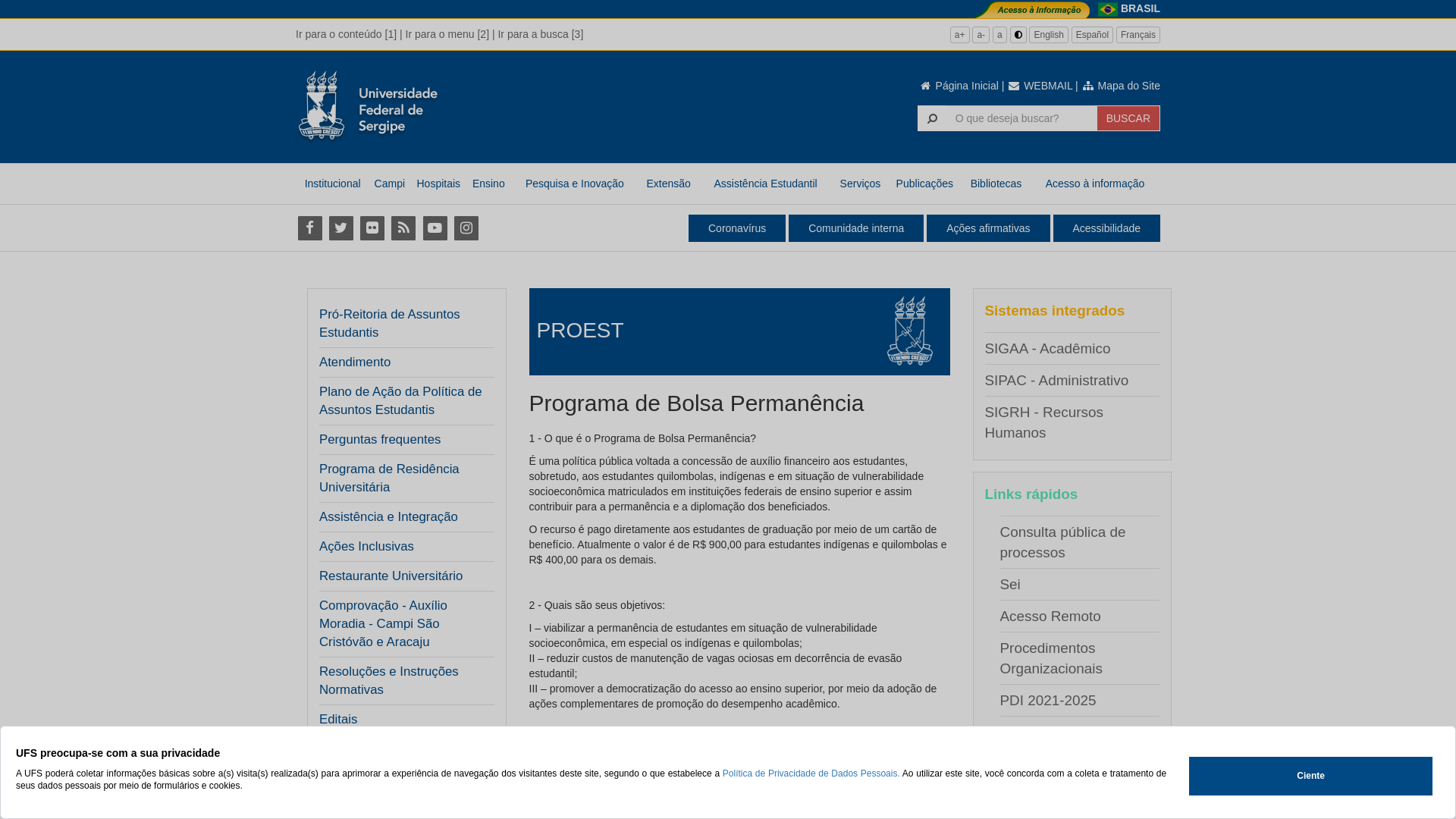 The image size is (1456, 819). What do you see at coordinates (1049, 616) in the screenshot?
I see `'Acesso Remoto'` at bounding box center [1049, 616].